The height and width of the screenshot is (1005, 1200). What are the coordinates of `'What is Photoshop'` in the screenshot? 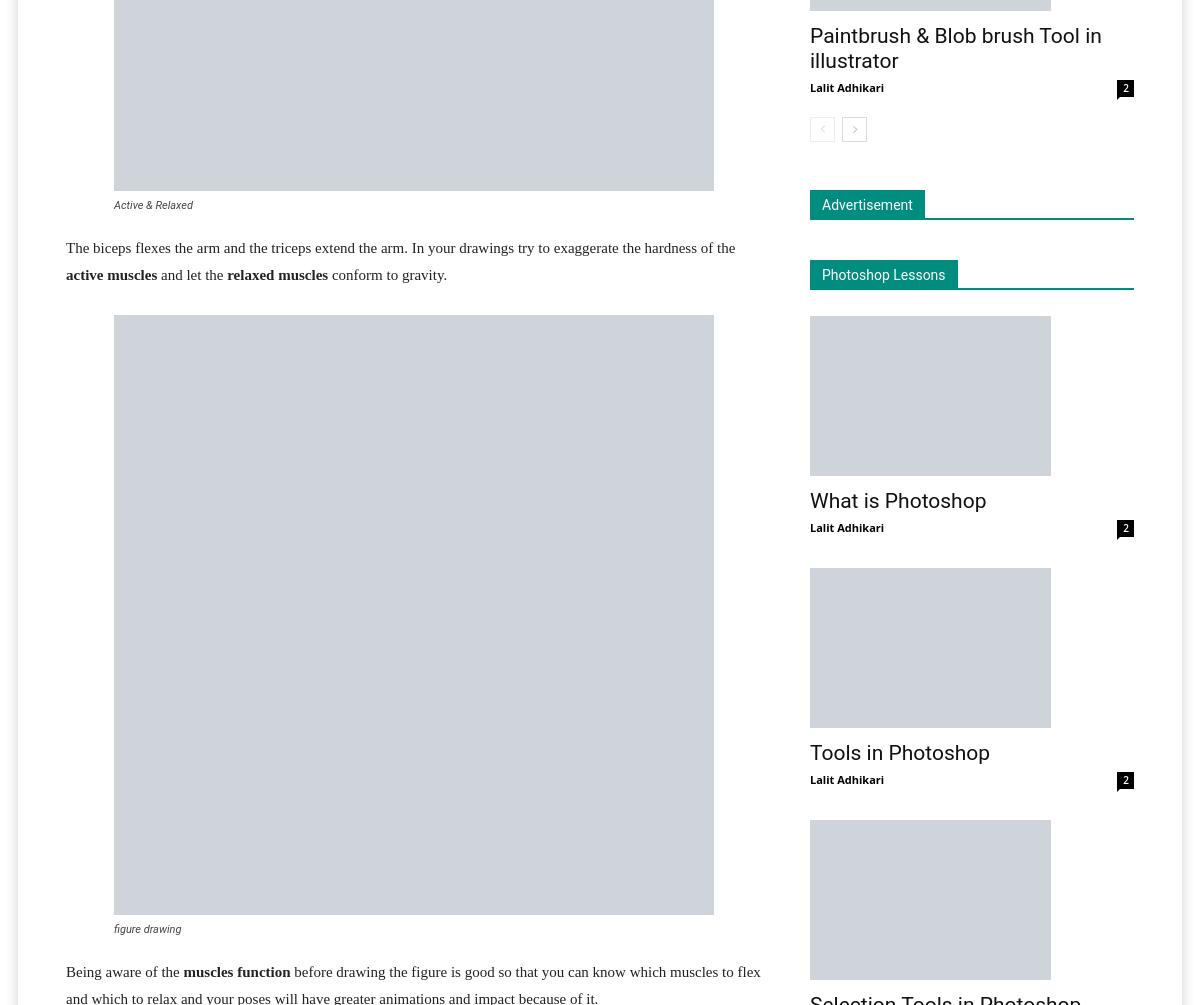 It's located at (896, 500).